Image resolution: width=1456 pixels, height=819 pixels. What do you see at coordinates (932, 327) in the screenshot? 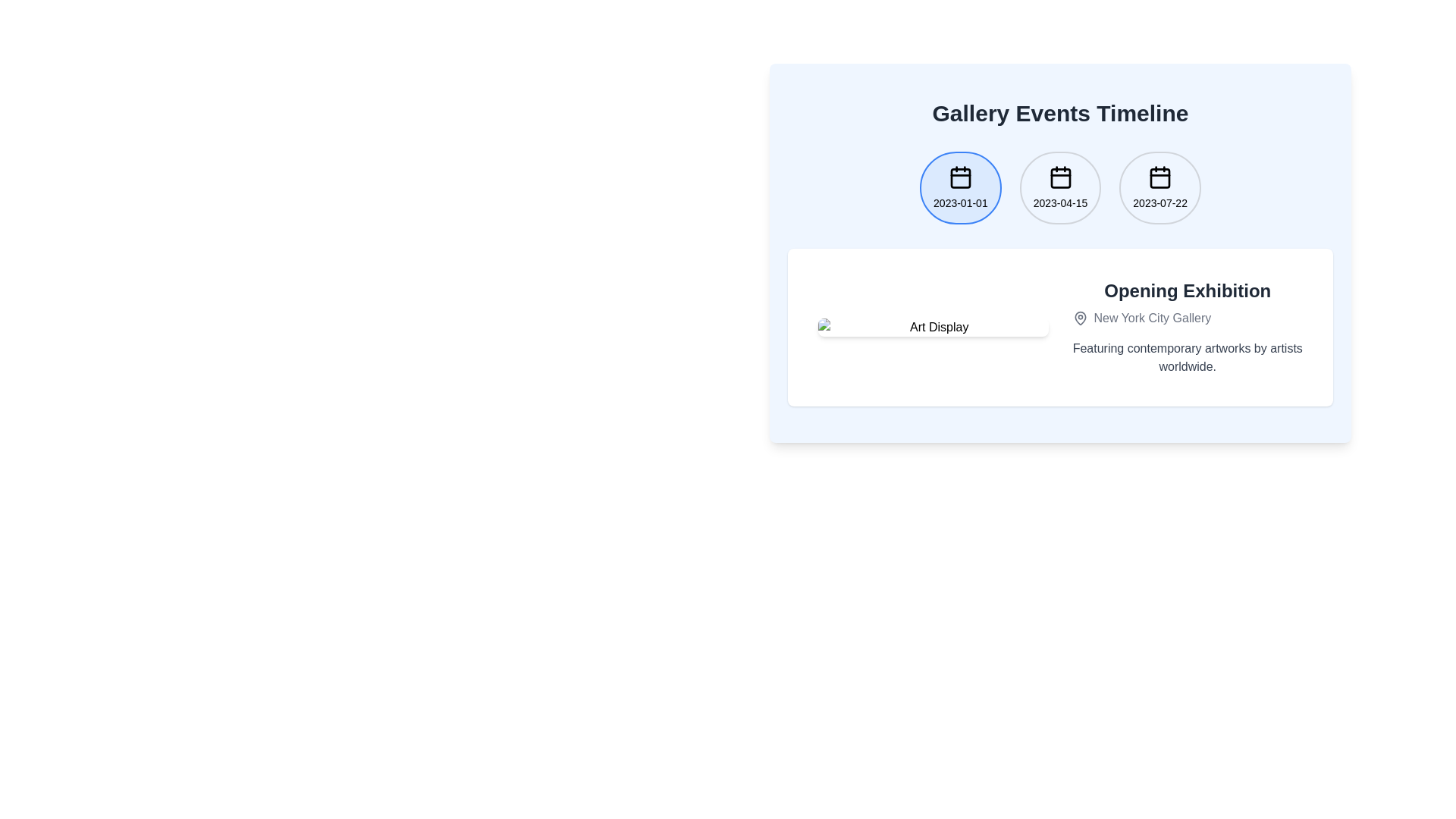
I see `the image placeholder for 'Art Display' located within the 'Opening Exhibition' card, aligned with the title 'Opening Exhibition'` at bounding box center [932, 327].